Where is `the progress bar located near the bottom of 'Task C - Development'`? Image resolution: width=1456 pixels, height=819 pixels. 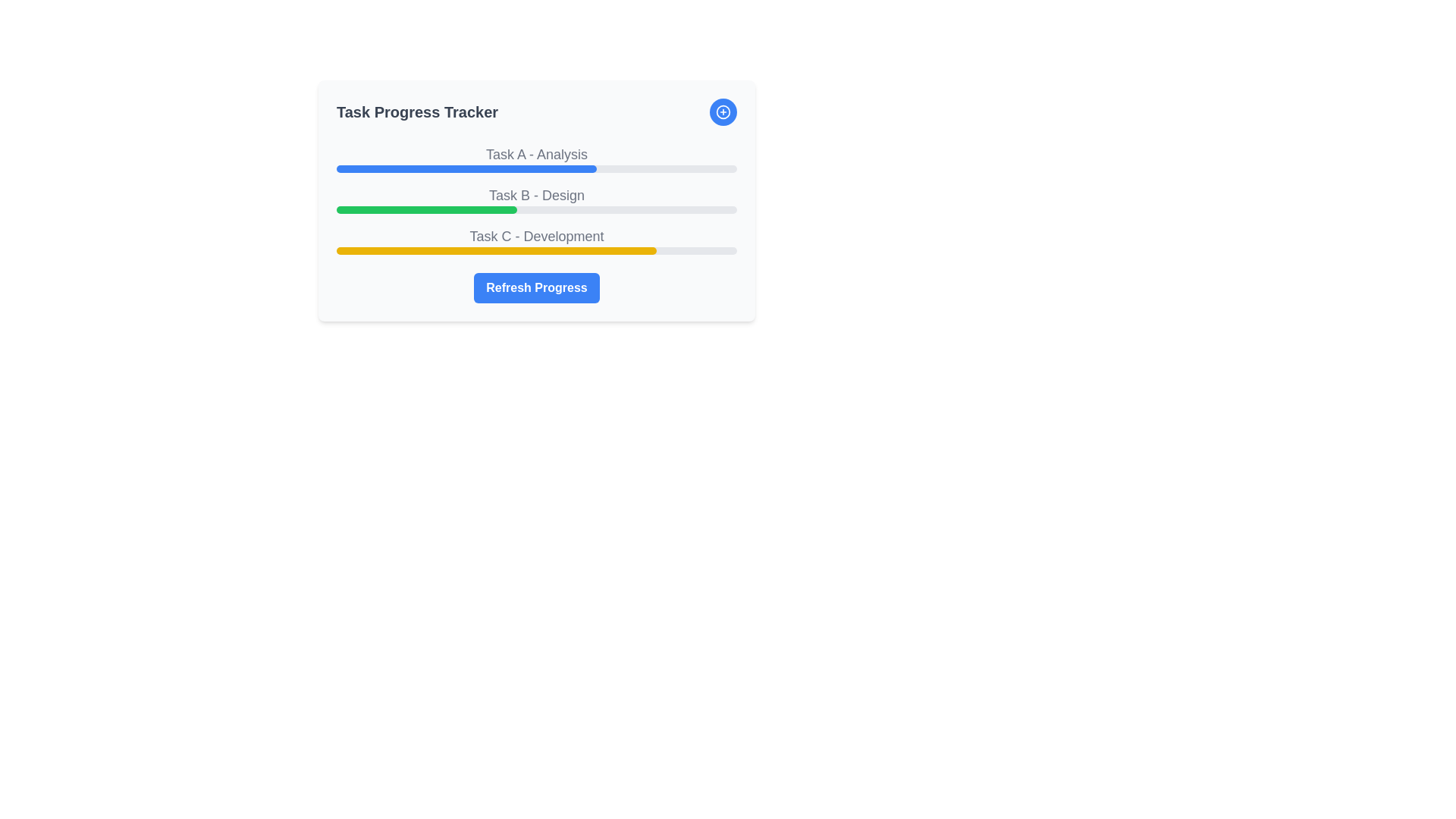
the progress bar located near the bottom of 'Task C - Development' is located at coordinates (537, 250).